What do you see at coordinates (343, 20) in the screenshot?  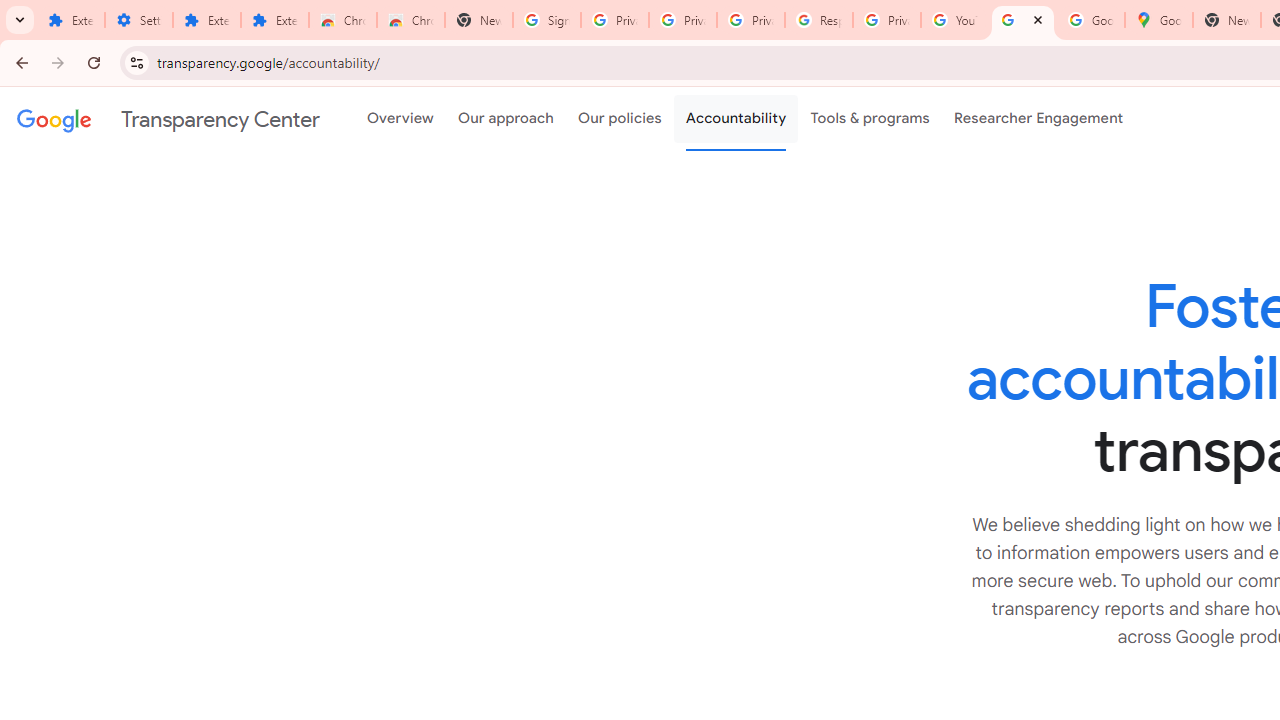 I see `'Chrome Web Store'` at bounding box center [343, 20].